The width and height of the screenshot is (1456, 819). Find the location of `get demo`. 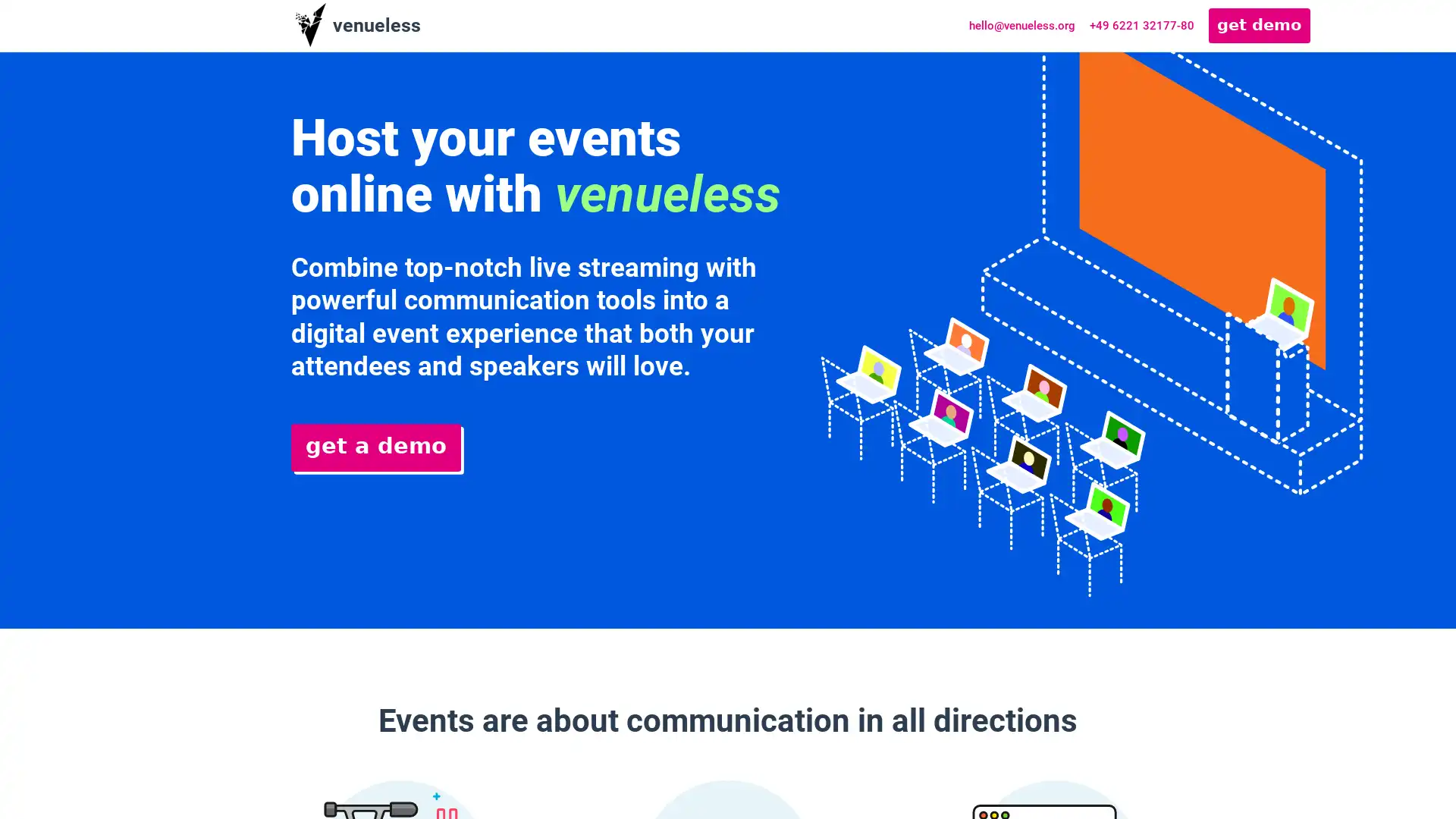

get demo is located at coordinates (1259, 25).